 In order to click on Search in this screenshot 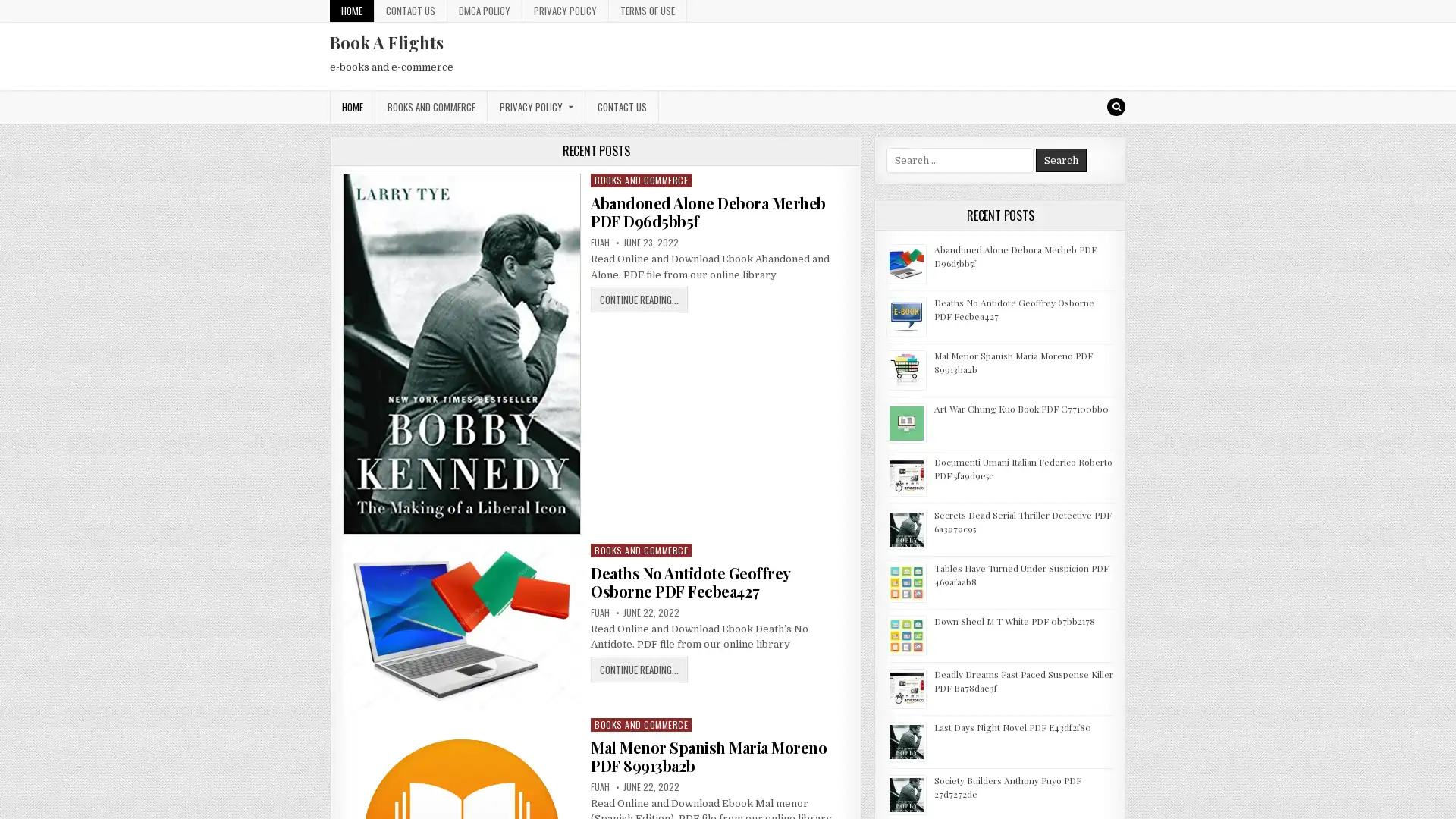, I will do `click(1060, 160)`.